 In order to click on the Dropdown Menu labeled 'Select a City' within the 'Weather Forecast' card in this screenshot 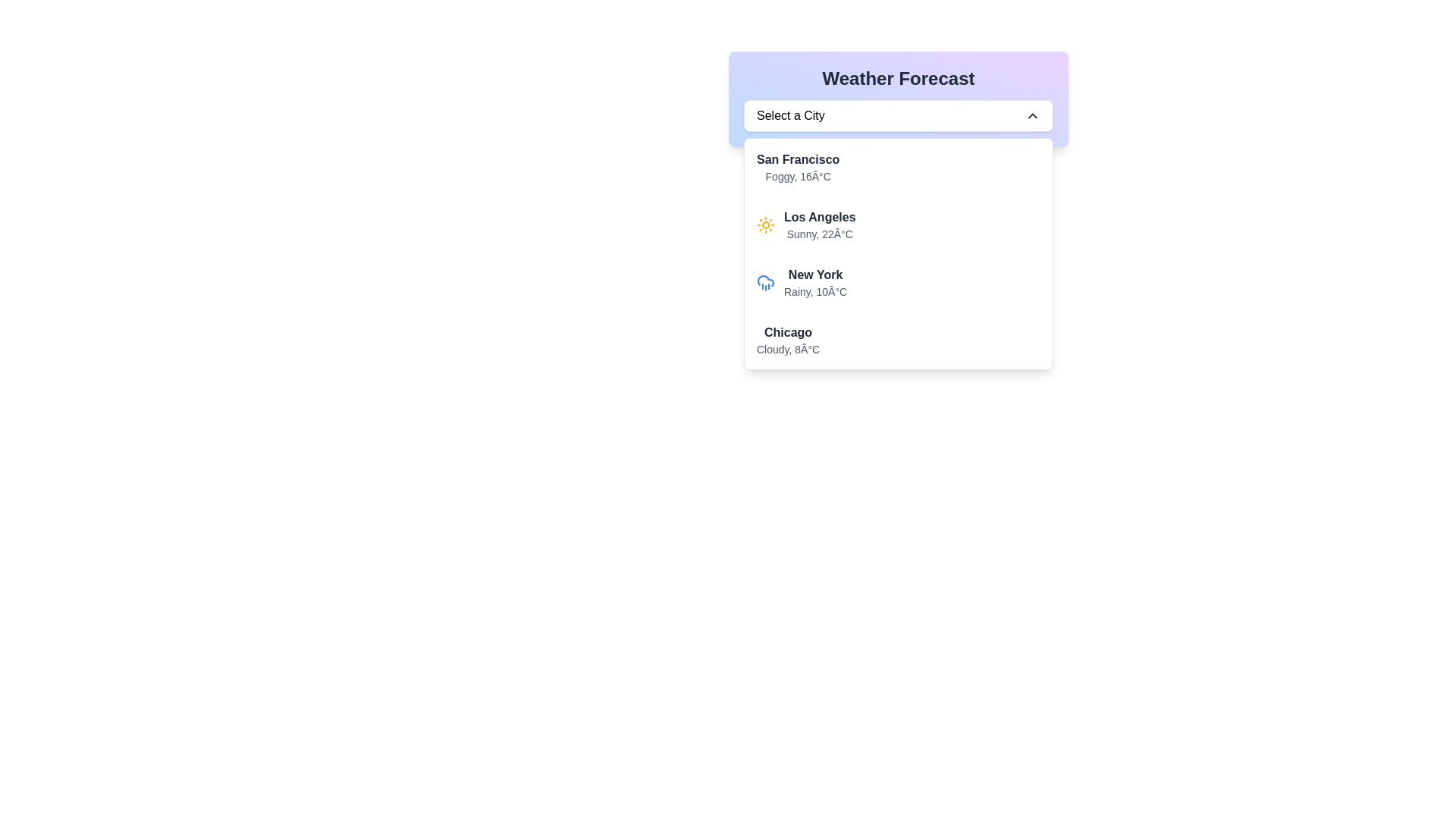, I will do `click(899, 115)`.